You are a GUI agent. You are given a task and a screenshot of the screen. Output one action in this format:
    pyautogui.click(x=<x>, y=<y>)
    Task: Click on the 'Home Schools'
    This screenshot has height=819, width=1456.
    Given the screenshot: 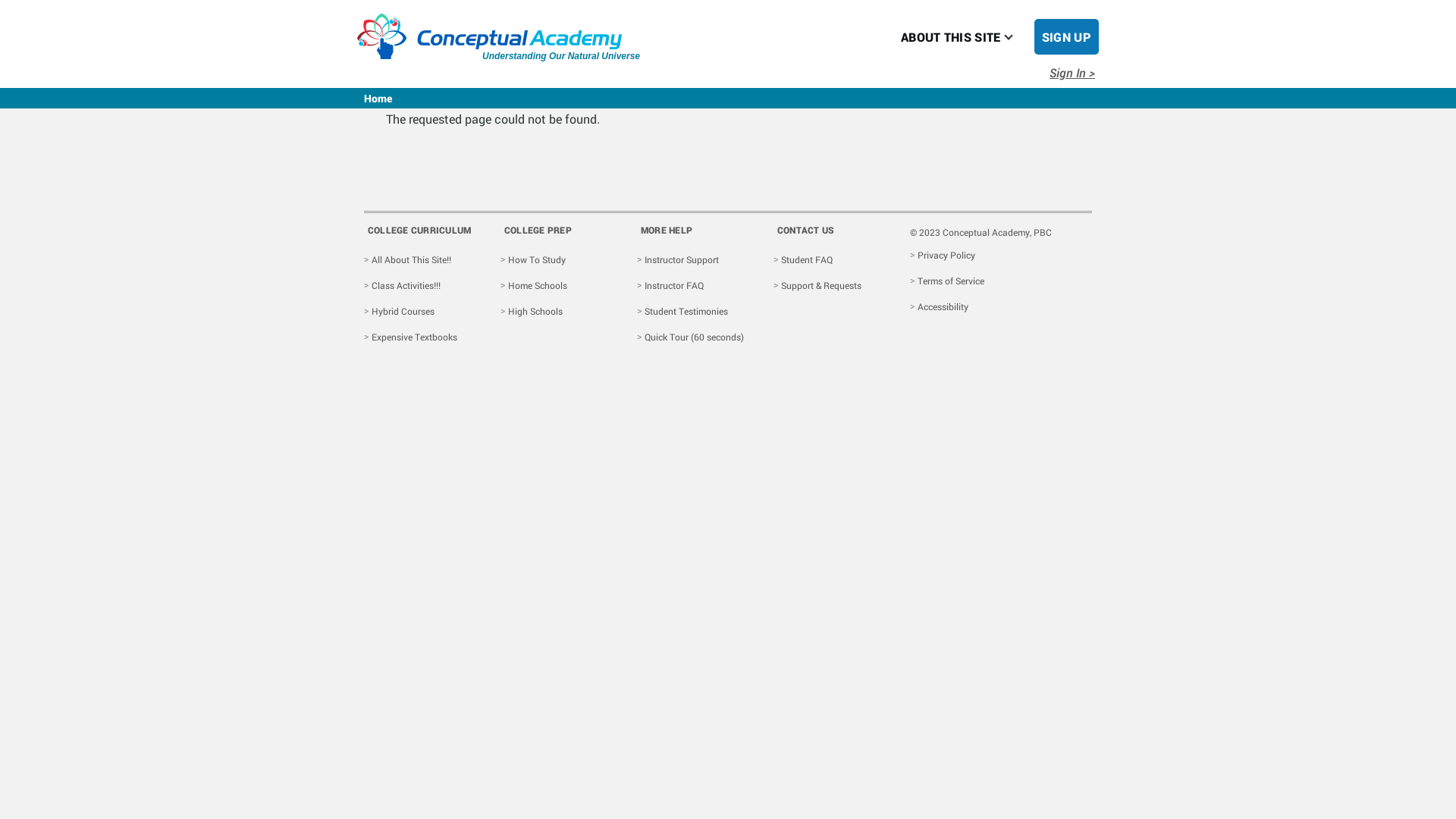 What is the action you would take?
    pyautogui.click(x=538, y=284)
    